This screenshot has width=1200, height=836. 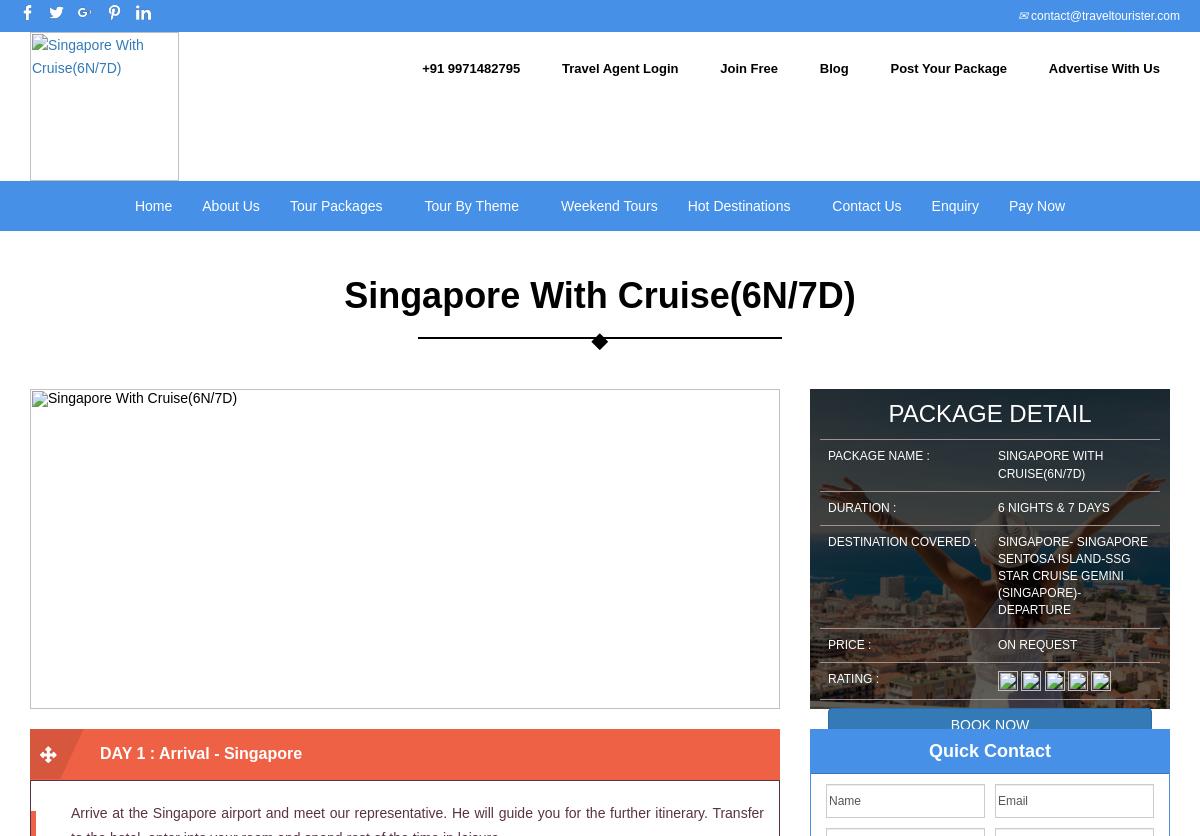 I want to click on '+91 9971482795', so click(x=470, y=68).